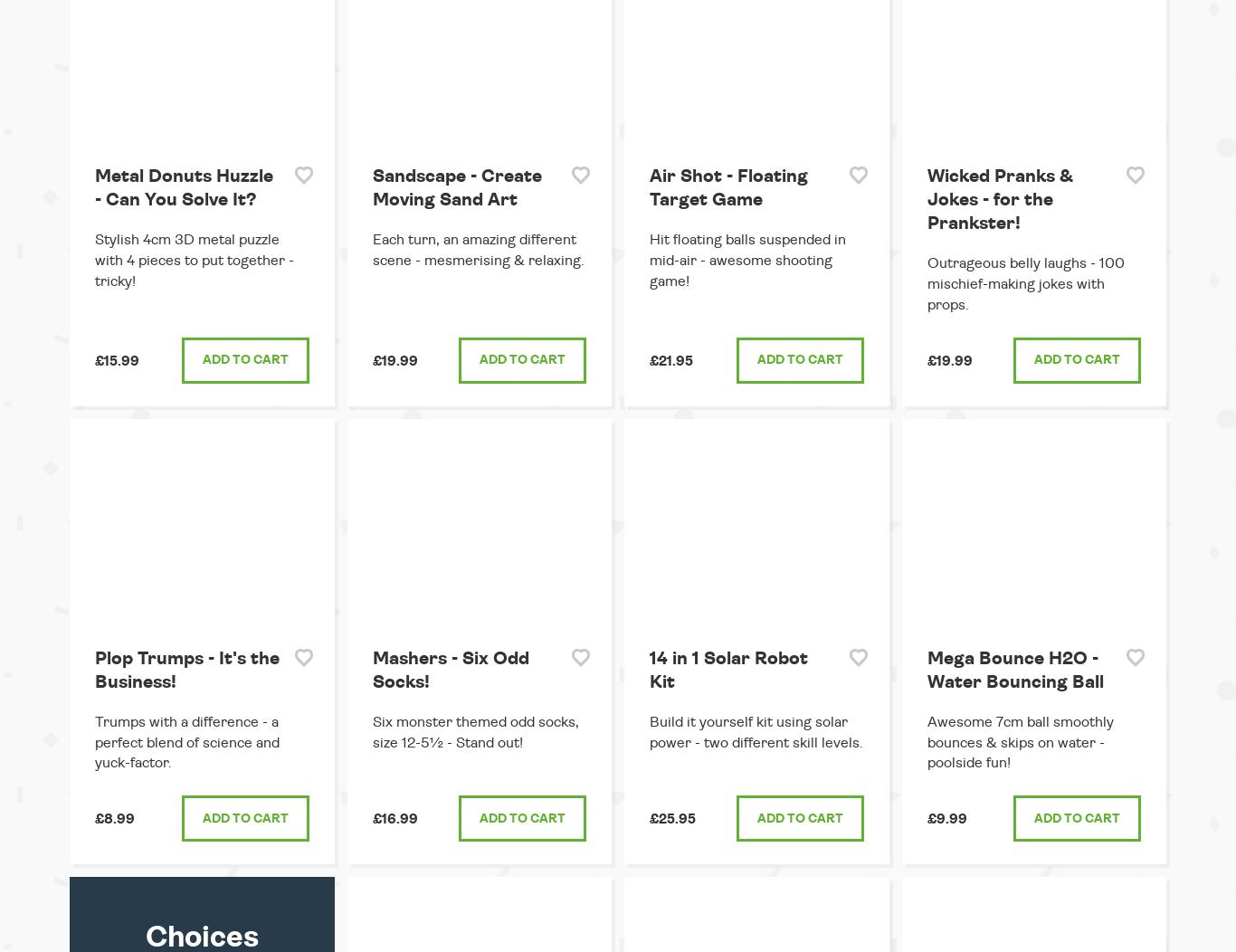 The image size is (1236, 952). What do you see at coordinates (114, 819) in the screenshot?
I see `'£8.99'` at bounding box center [114, 819].